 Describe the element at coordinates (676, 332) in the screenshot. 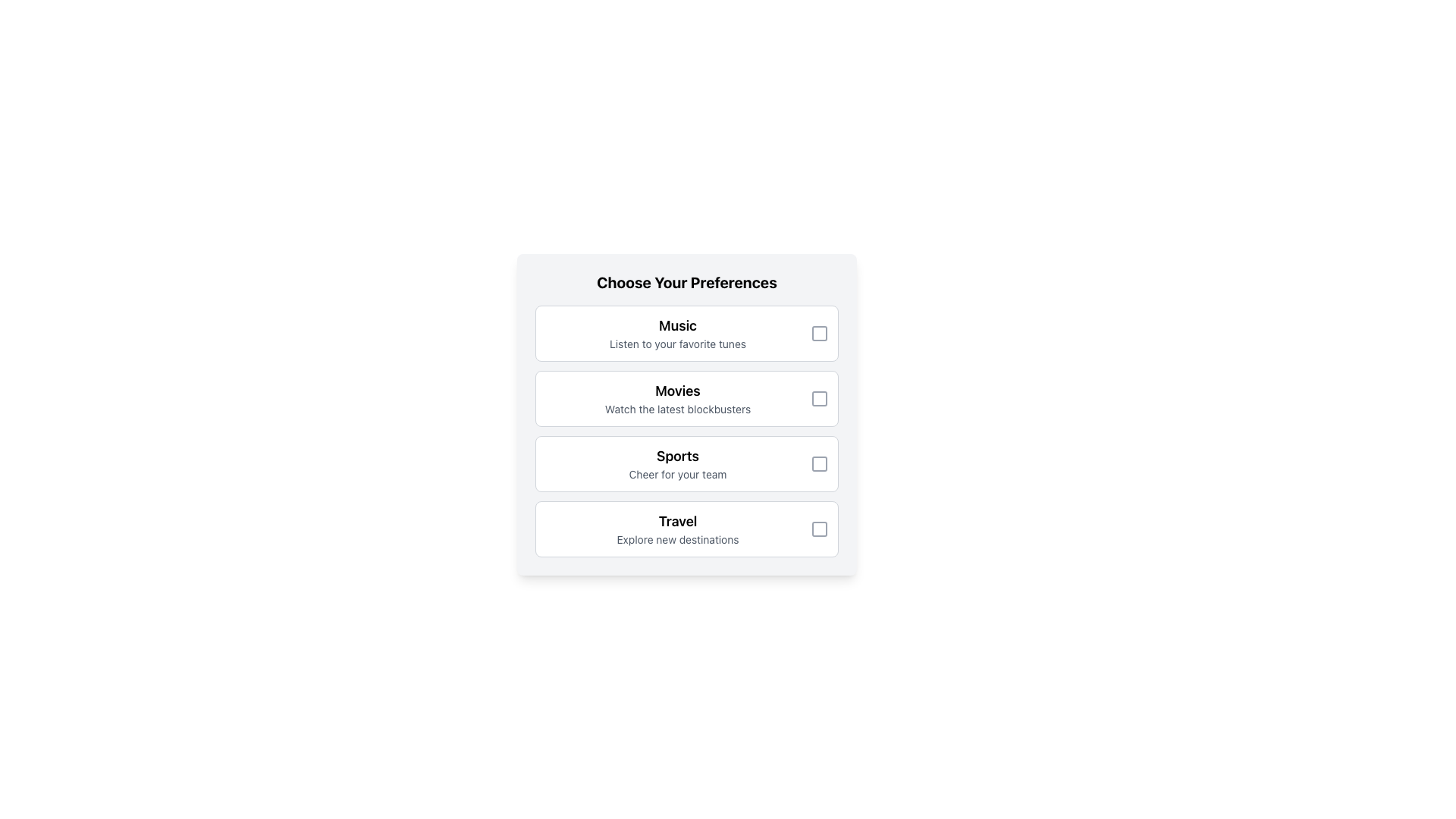

I see `the label component for the music preference option, which includes the title 'Music' and descriptive text, located within the first preference card beneath 'Choose Your Preferences'` at that location.